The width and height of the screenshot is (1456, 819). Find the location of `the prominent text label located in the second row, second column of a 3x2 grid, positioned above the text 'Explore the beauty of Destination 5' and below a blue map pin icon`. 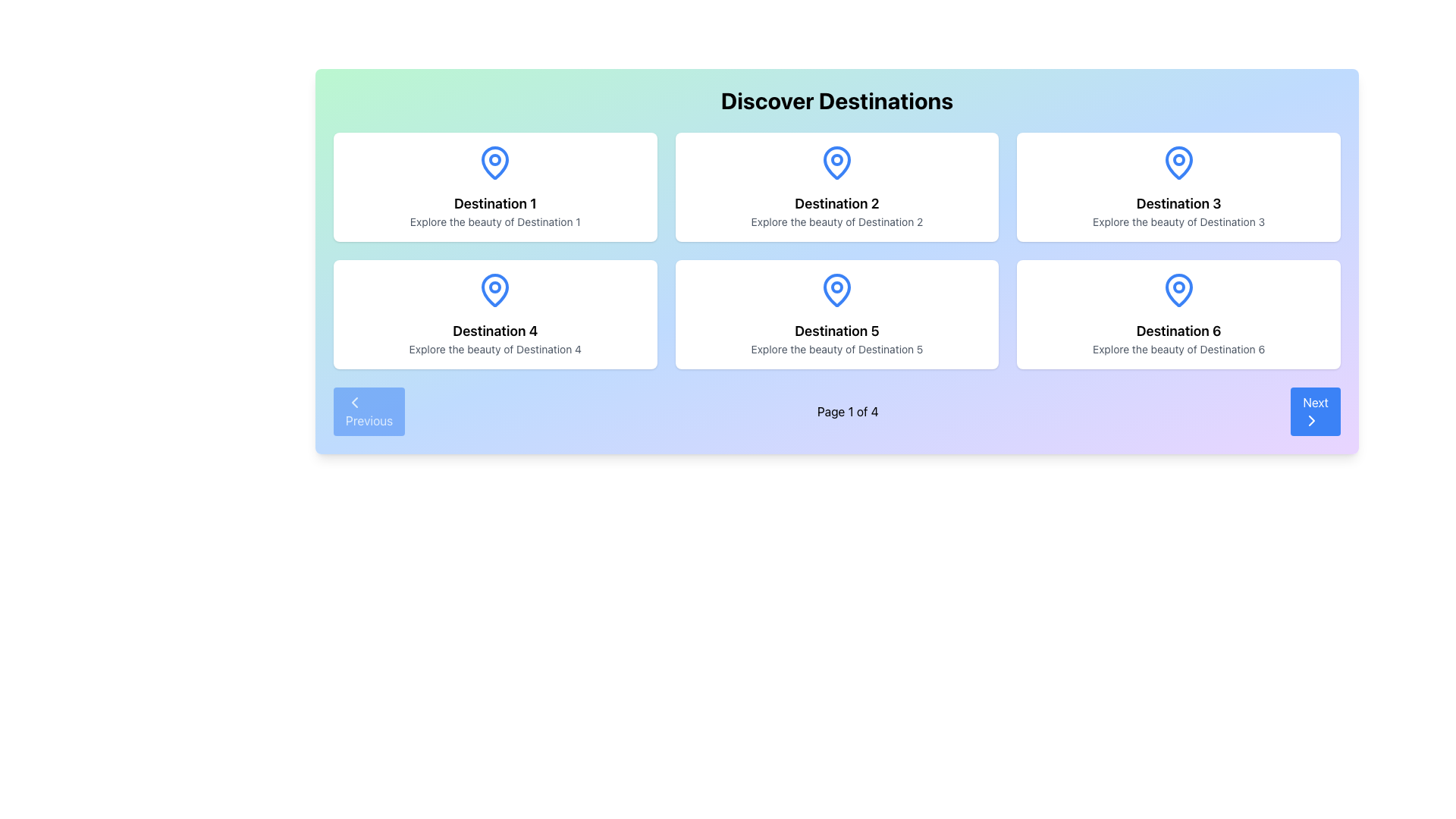

the prominent text label located in the second row, second column of a 3x2 grid, positioned above the text 'Explore the beauty of Destination 5' and below a blue map pin icon is located at coordinates (836, 330).